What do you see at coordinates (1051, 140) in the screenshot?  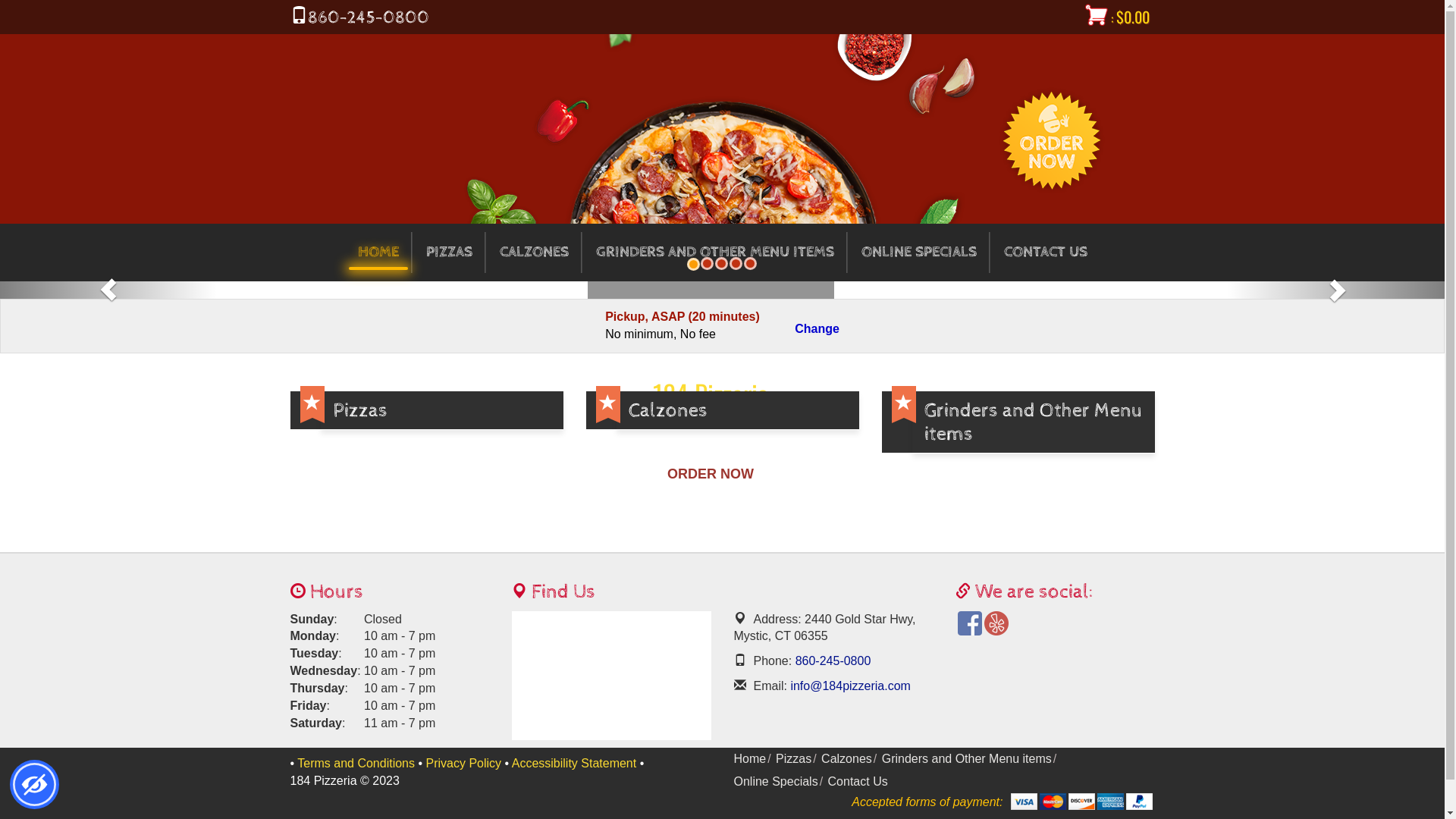 I see `'Order Now'` at bounding box center [1051, 140].